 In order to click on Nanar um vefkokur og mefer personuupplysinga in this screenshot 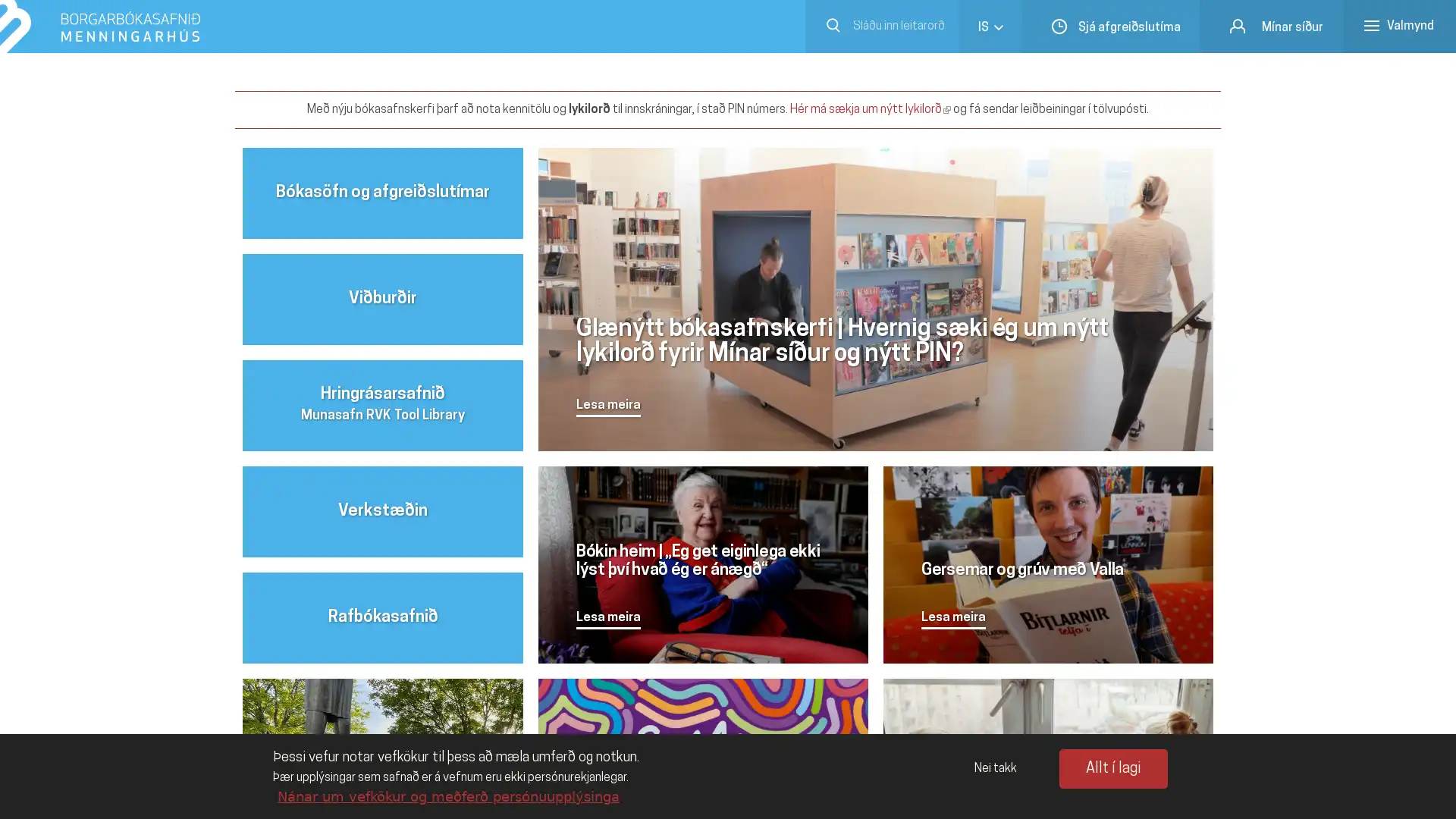, I will do `click(447, 795)`.